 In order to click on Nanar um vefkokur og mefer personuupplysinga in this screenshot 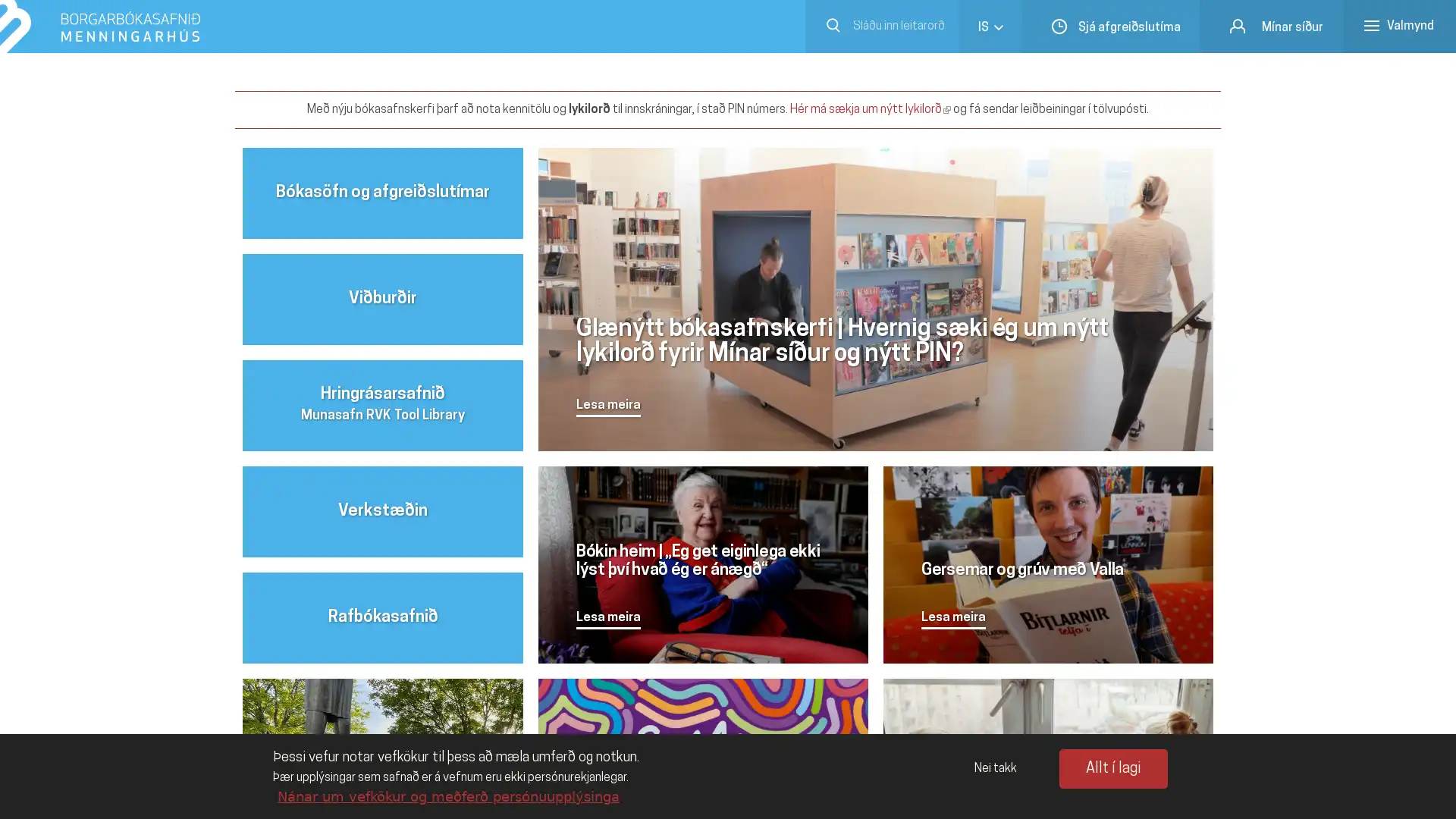, I will do `click(447, 795)`.